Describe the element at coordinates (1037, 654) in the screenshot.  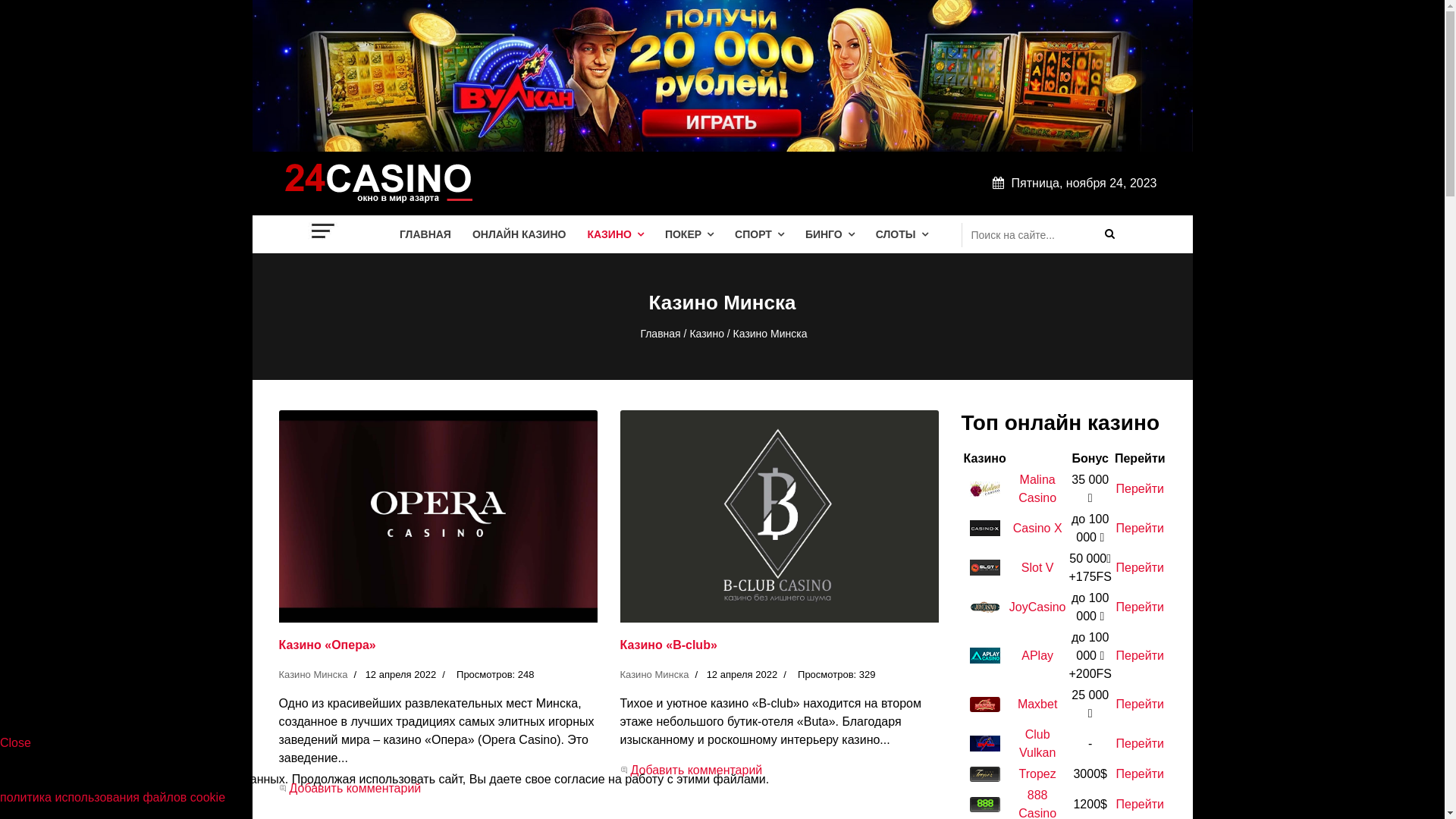
I see `'APlay'` at that location.